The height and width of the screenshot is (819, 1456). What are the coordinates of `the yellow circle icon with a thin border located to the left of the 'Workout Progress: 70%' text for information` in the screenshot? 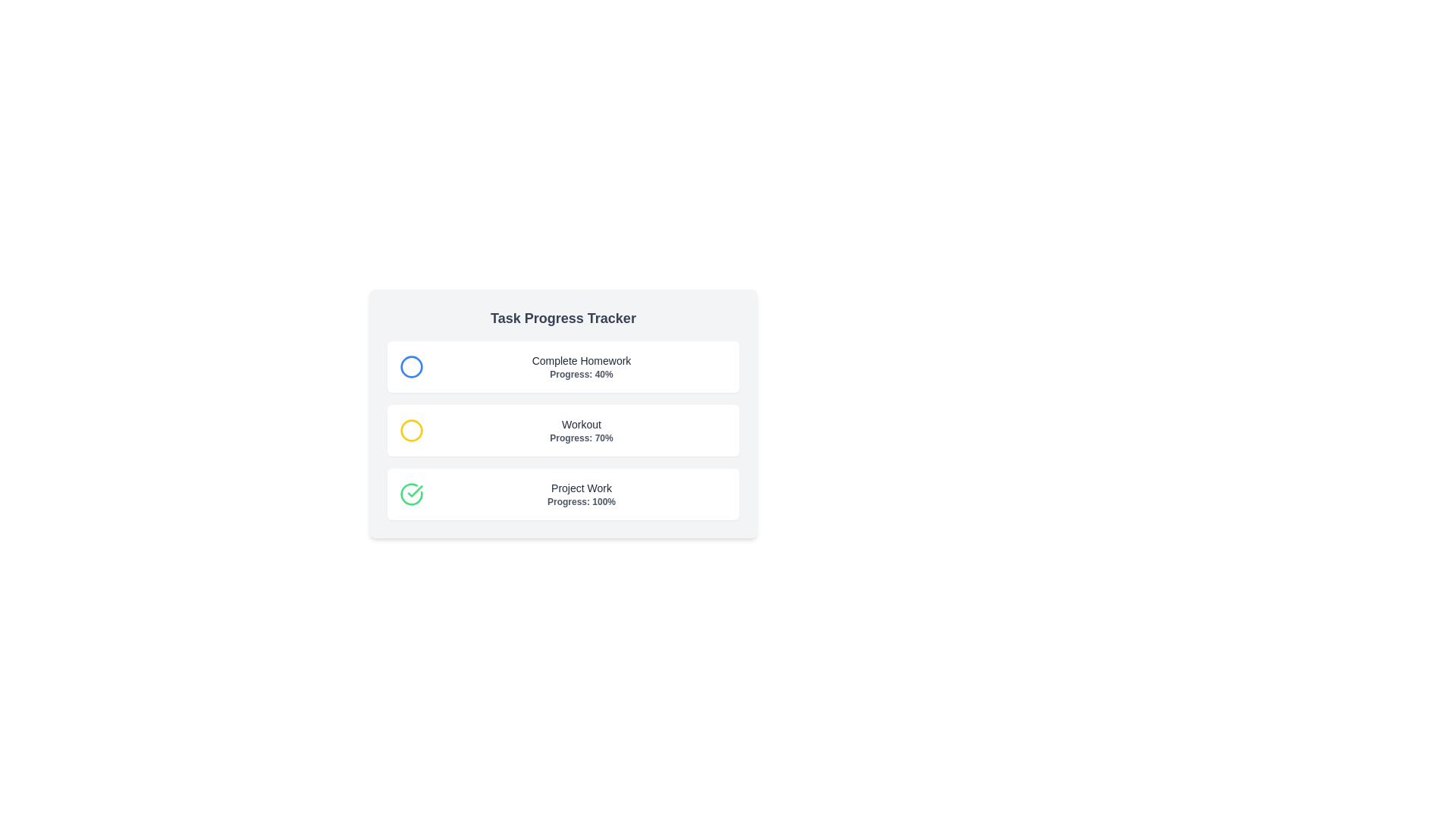 It's located at (411, 430).